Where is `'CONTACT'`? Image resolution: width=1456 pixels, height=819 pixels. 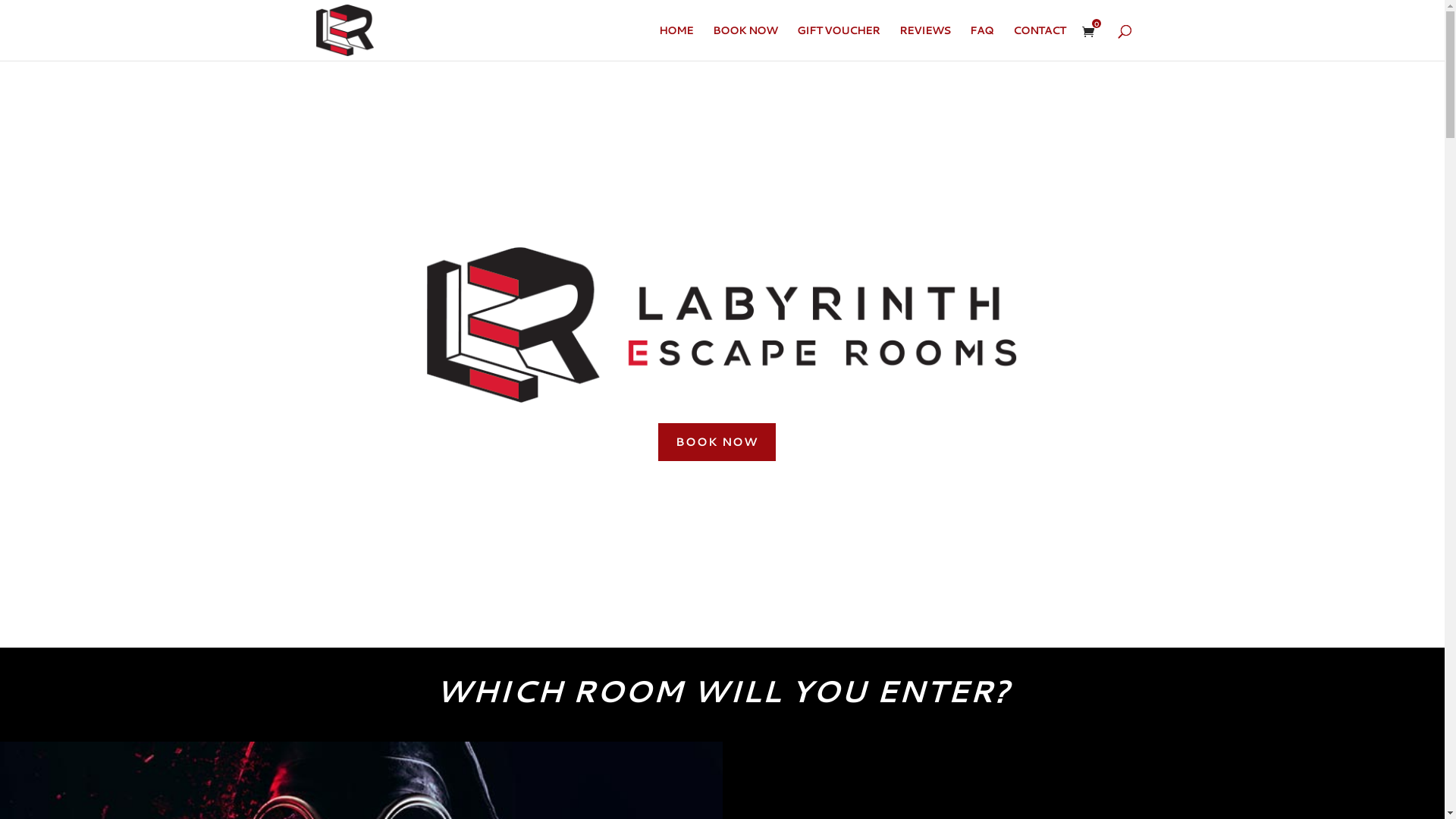
'CONTACT' is located at coordinates (1038, 42).